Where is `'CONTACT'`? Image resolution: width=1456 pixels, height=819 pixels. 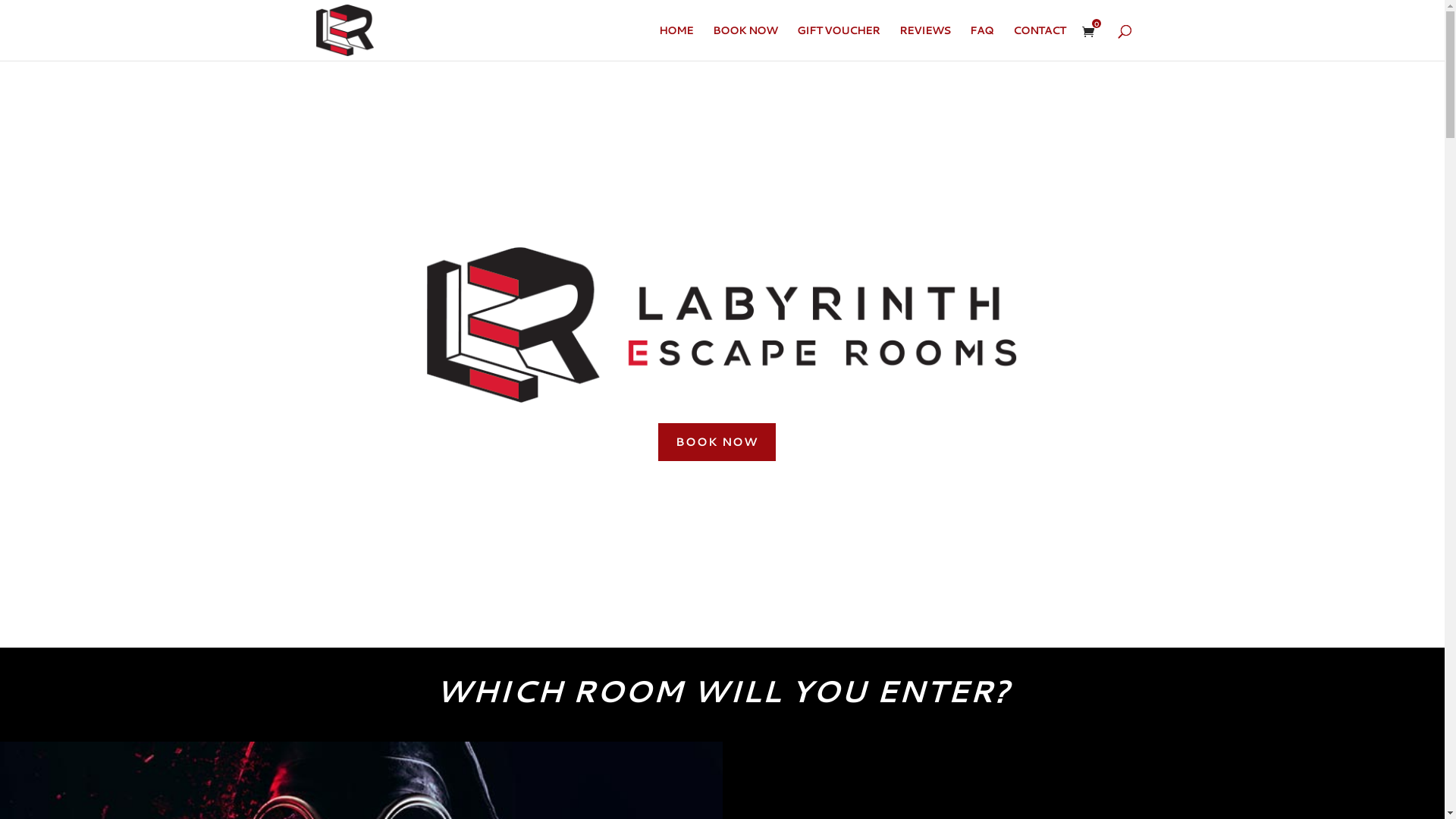
'CONTACT' is located at coordinates (1038, 42).